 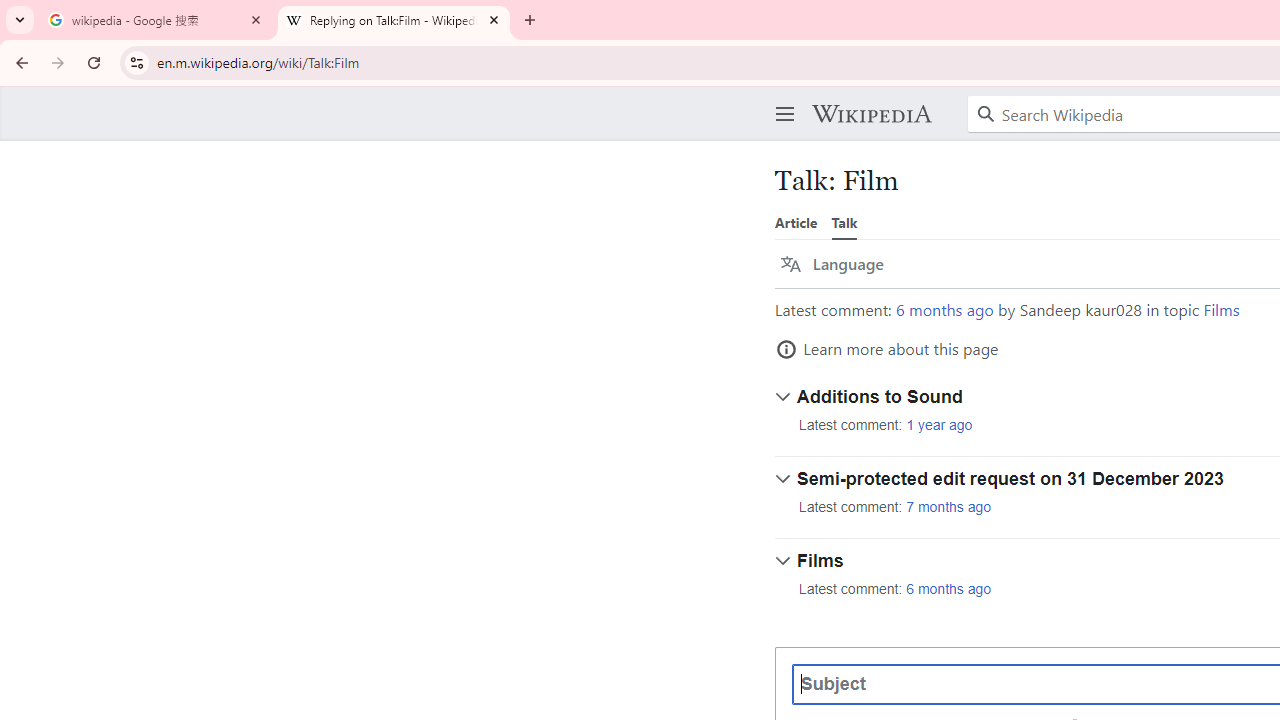 I want to click on 'Article', so click(x=795, y=222).